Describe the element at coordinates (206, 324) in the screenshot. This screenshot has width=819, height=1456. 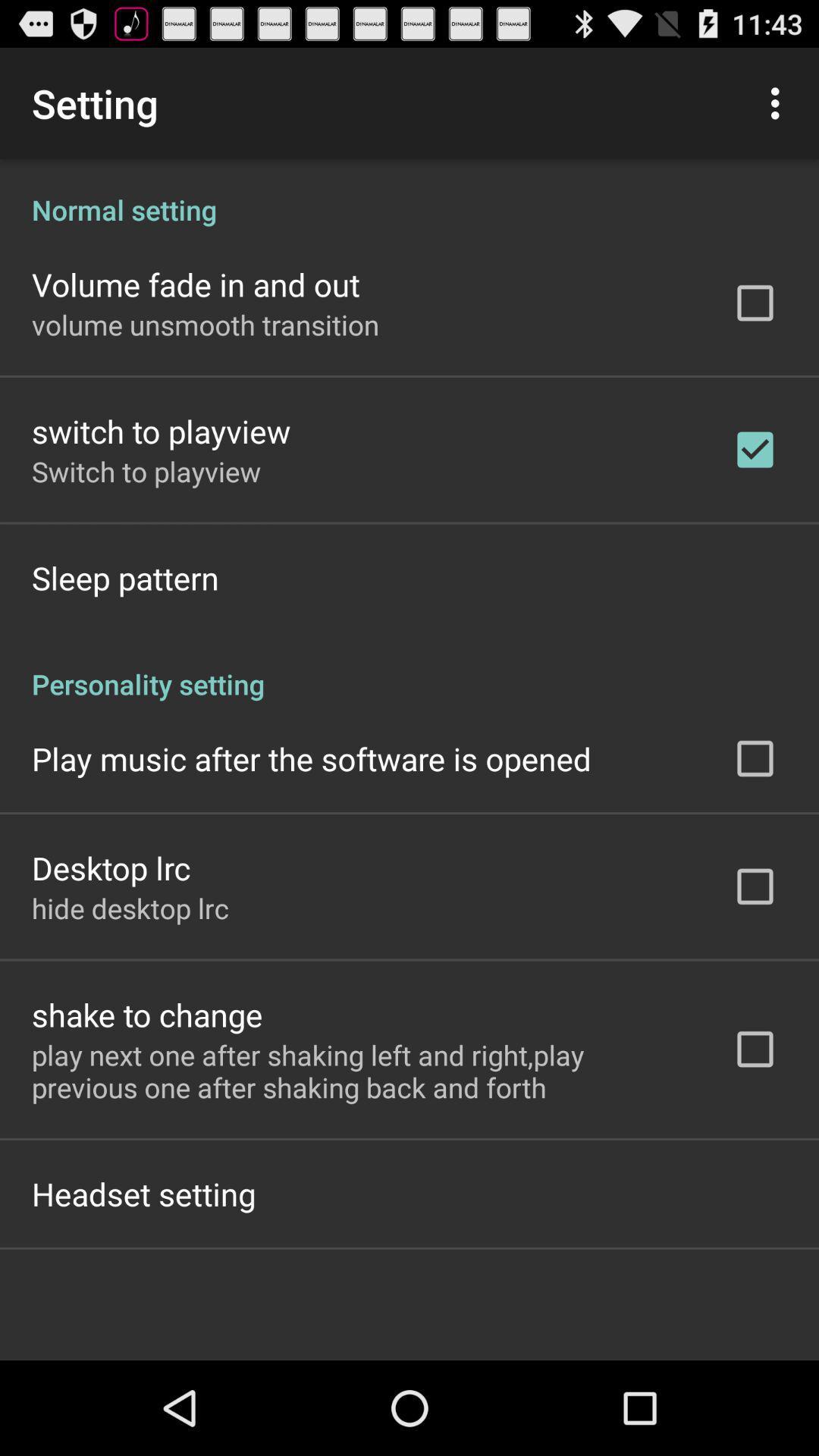
I see `the icon above the switch to playview item` at that location.